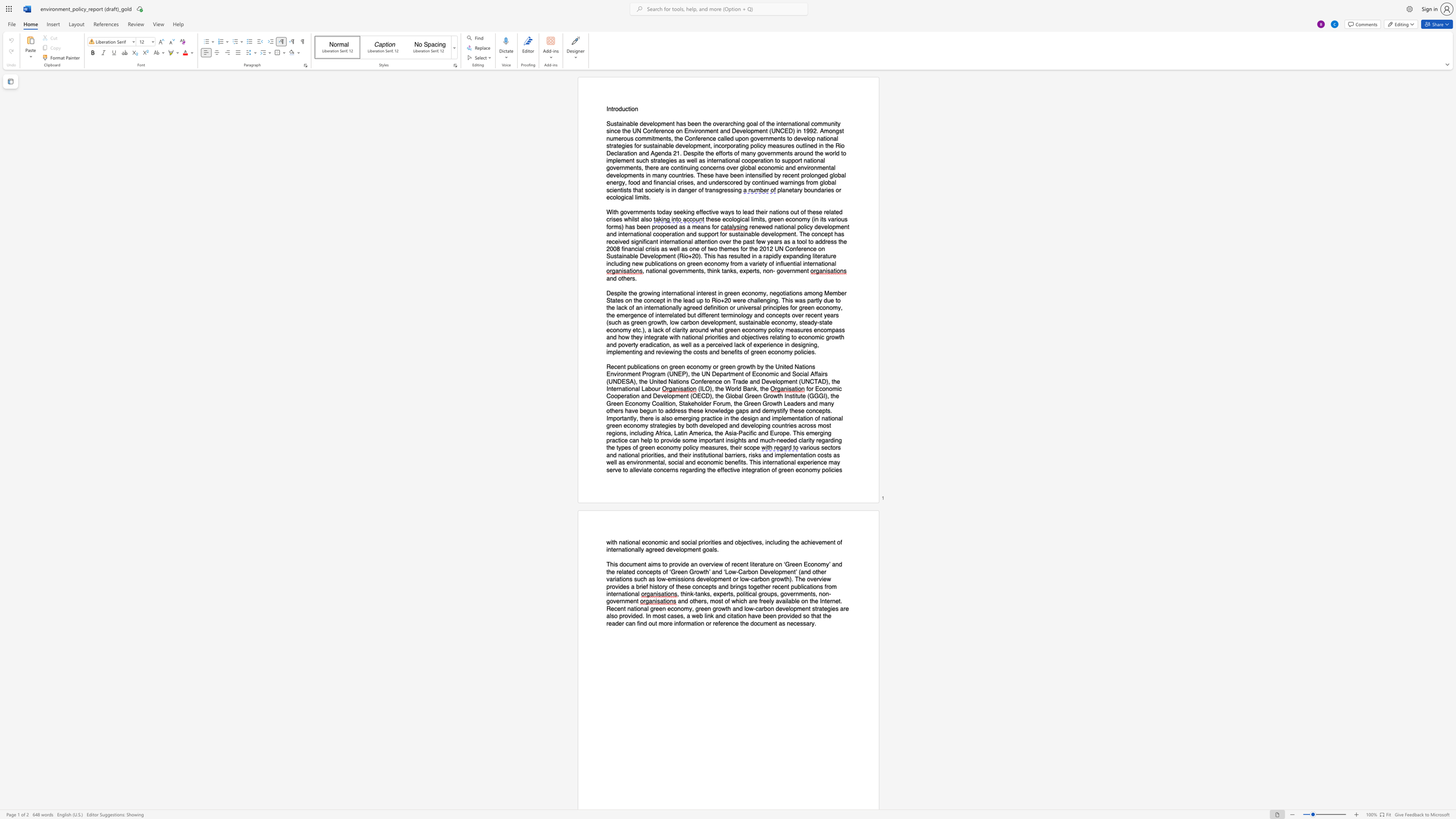 This screenshot has width=1456, height=819. Describe the element at coordinates (760, 469) in the screenshot. I see `the subset text "tion of green" within the text "the effective integration of green economy policies"` at that location.